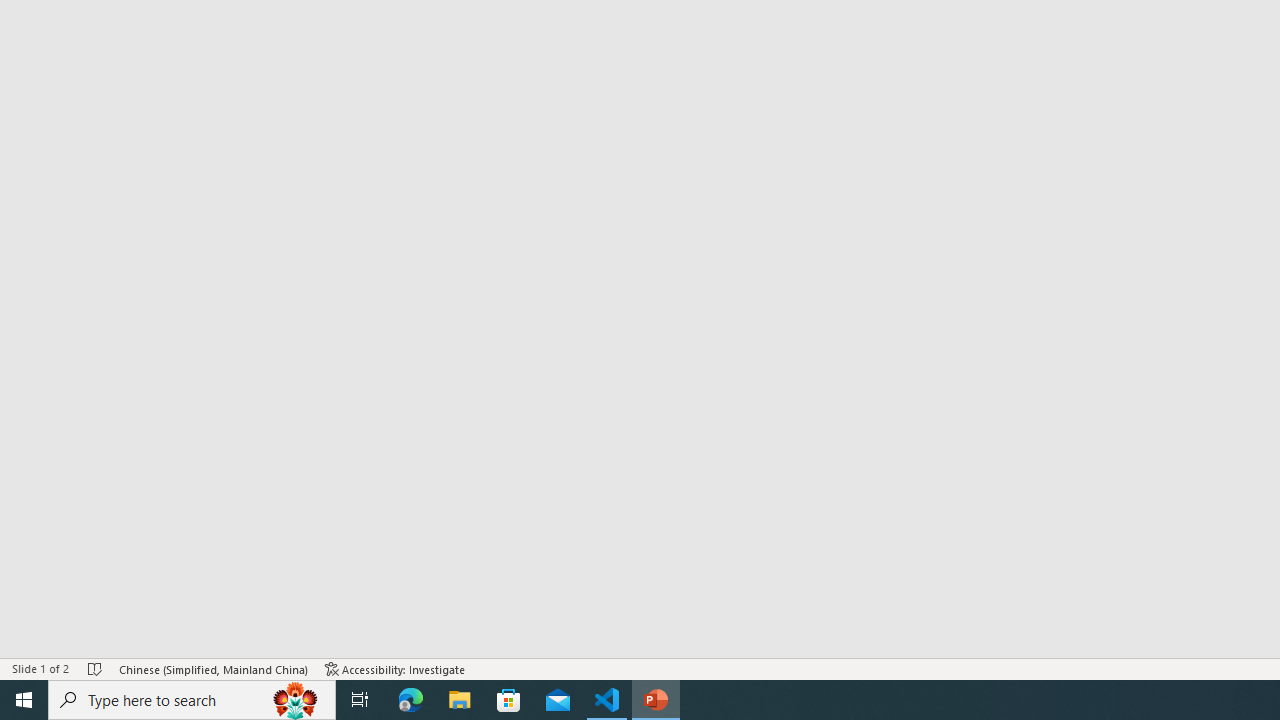 This screenshot has height=720, width=1280. Describe the element at coordinates (410, 698) in the screenshot. I see `'Microsoft Edge'` at that location.